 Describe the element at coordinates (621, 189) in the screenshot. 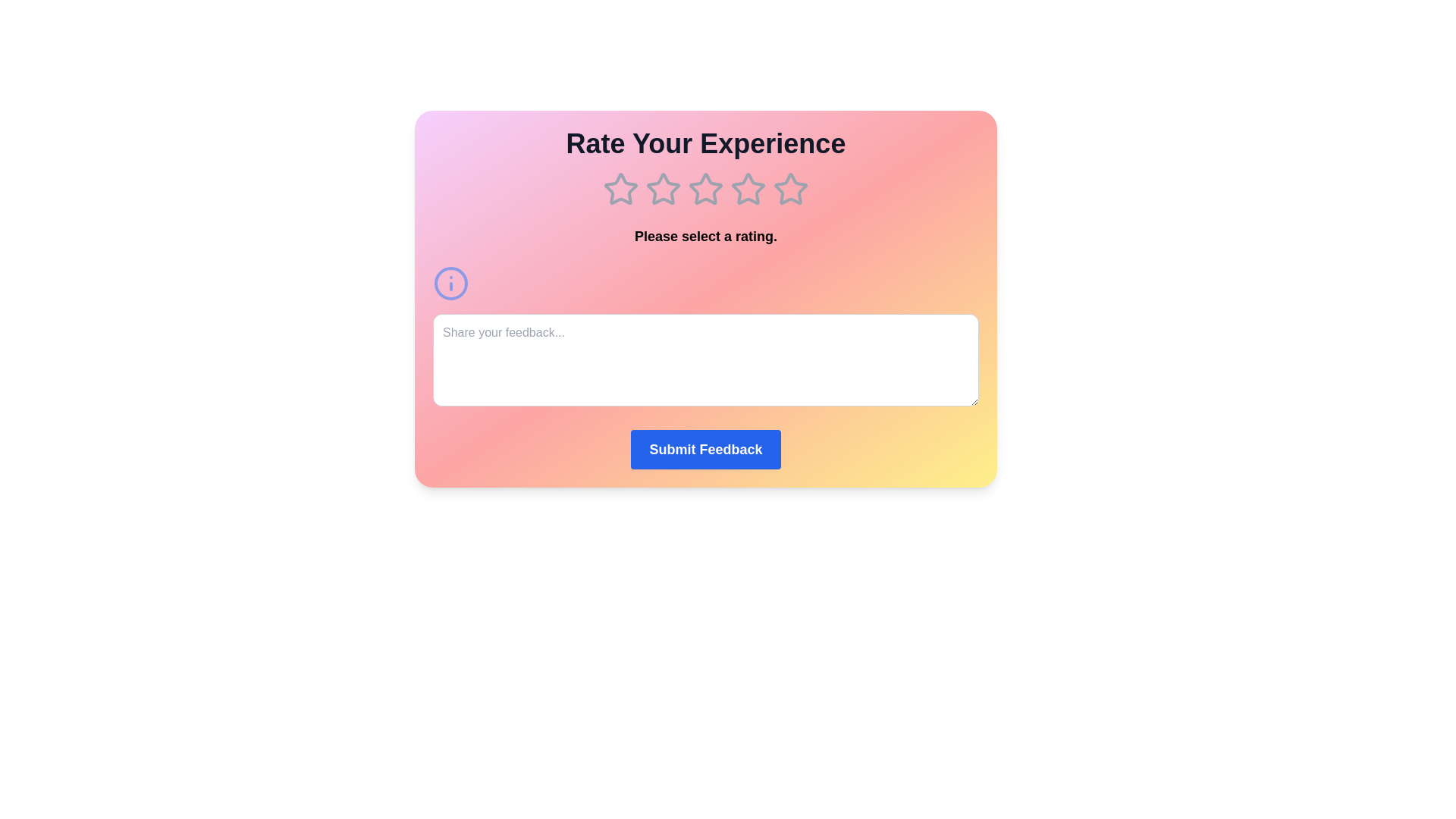

I see `the star corresponding to 1 to preview the rating` at that location.